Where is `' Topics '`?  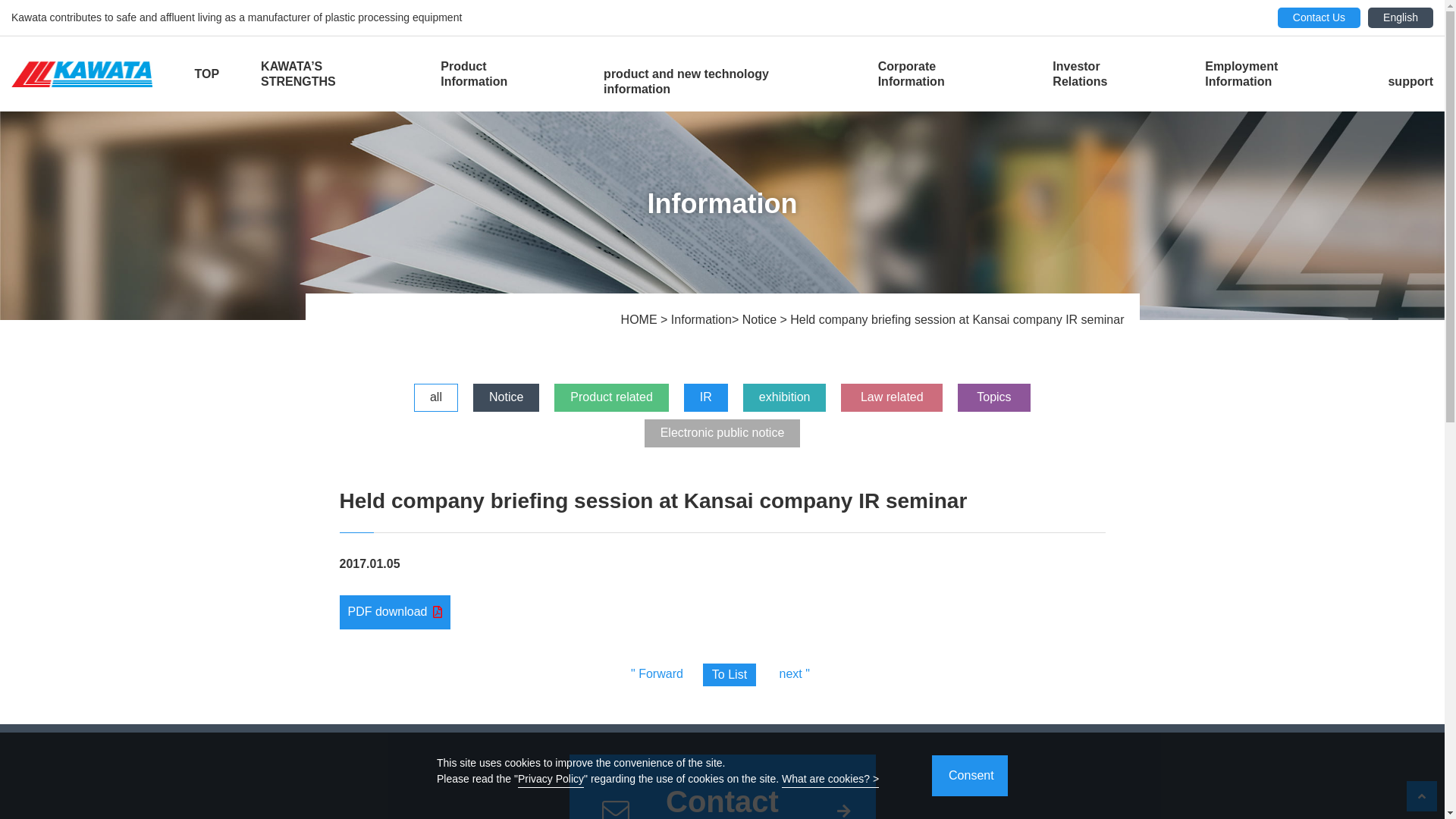 ' Topics ' is located at coordinates (993, 397).